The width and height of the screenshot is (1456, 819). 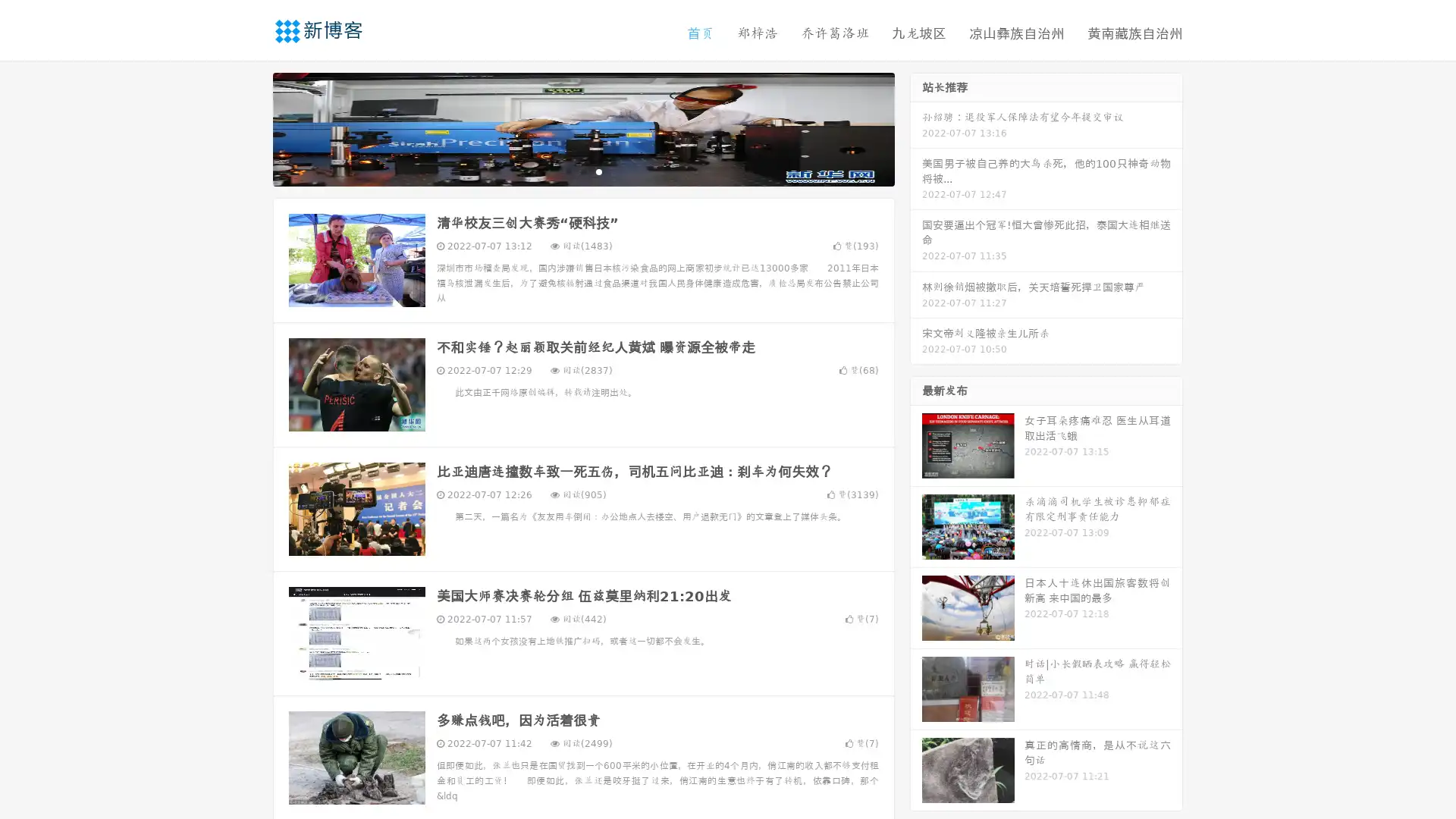 I want to click on Go to slide 3, so click(x=598, y=171).